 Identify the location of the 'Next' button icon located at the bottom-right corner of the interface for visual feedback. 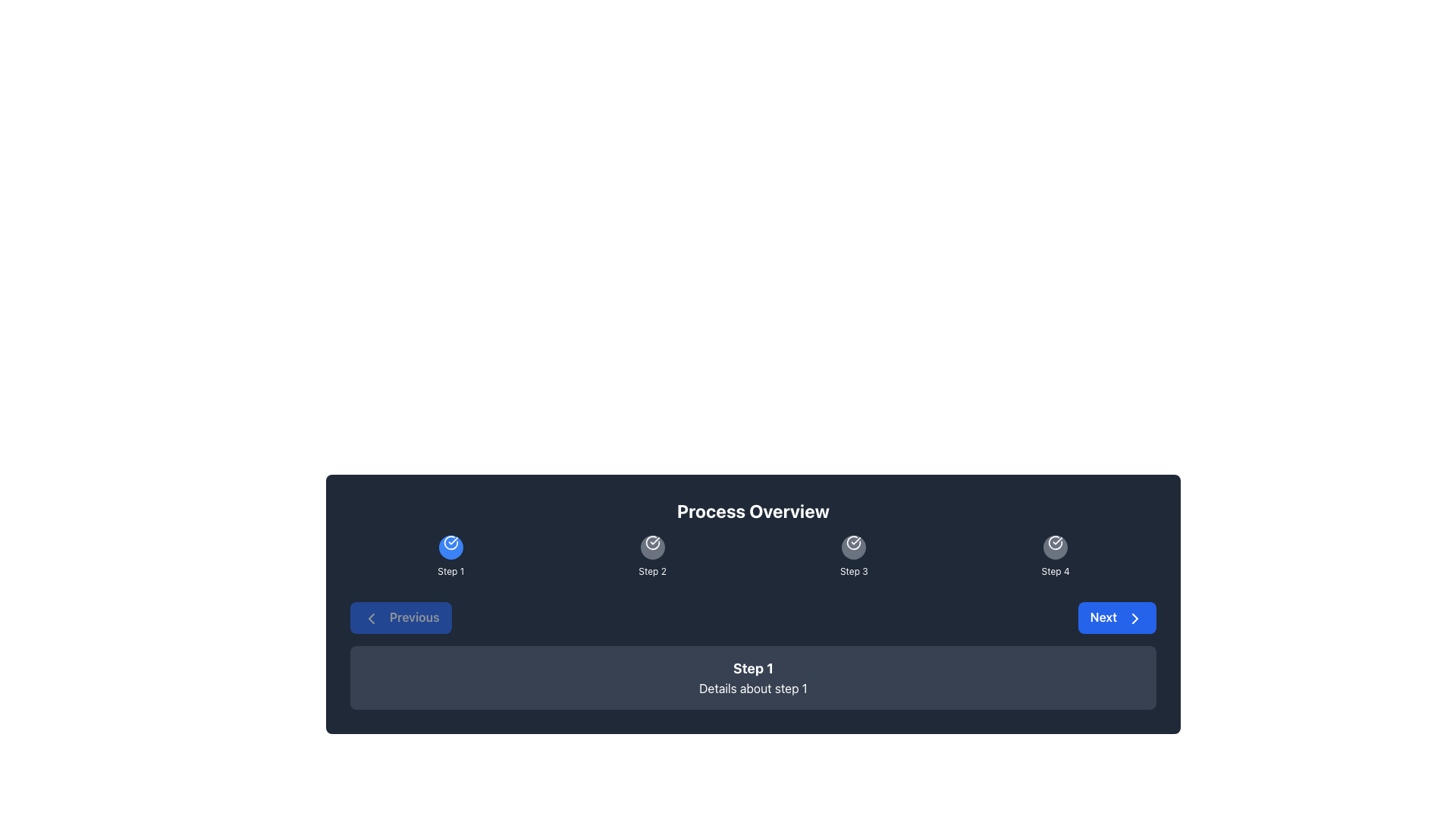
(1135, 617).